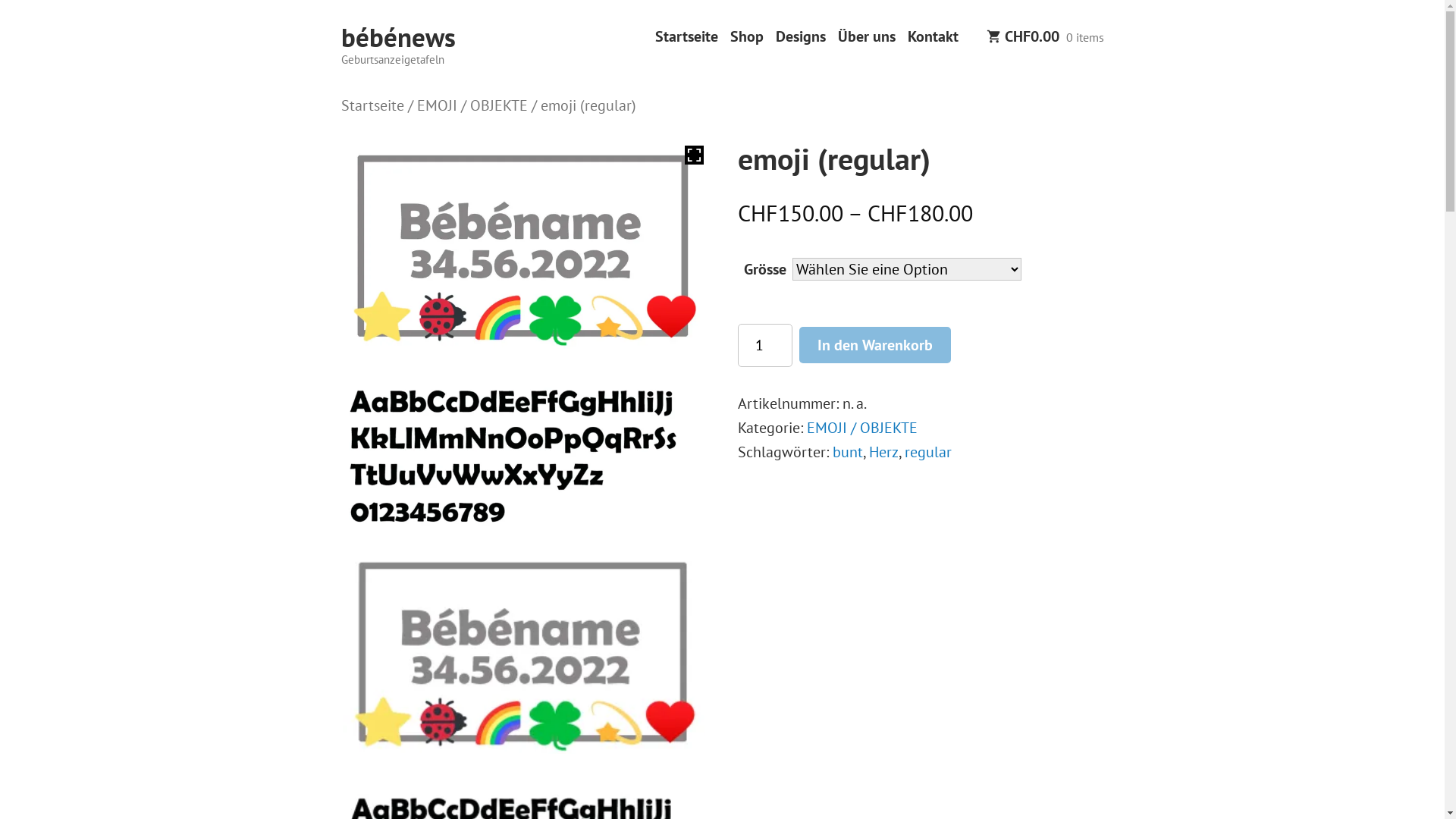 Image resolution: width=1456 pixels, height=819 pixels. I want to click on 'EMOJI / OBJEKTE', so click(862, 427).